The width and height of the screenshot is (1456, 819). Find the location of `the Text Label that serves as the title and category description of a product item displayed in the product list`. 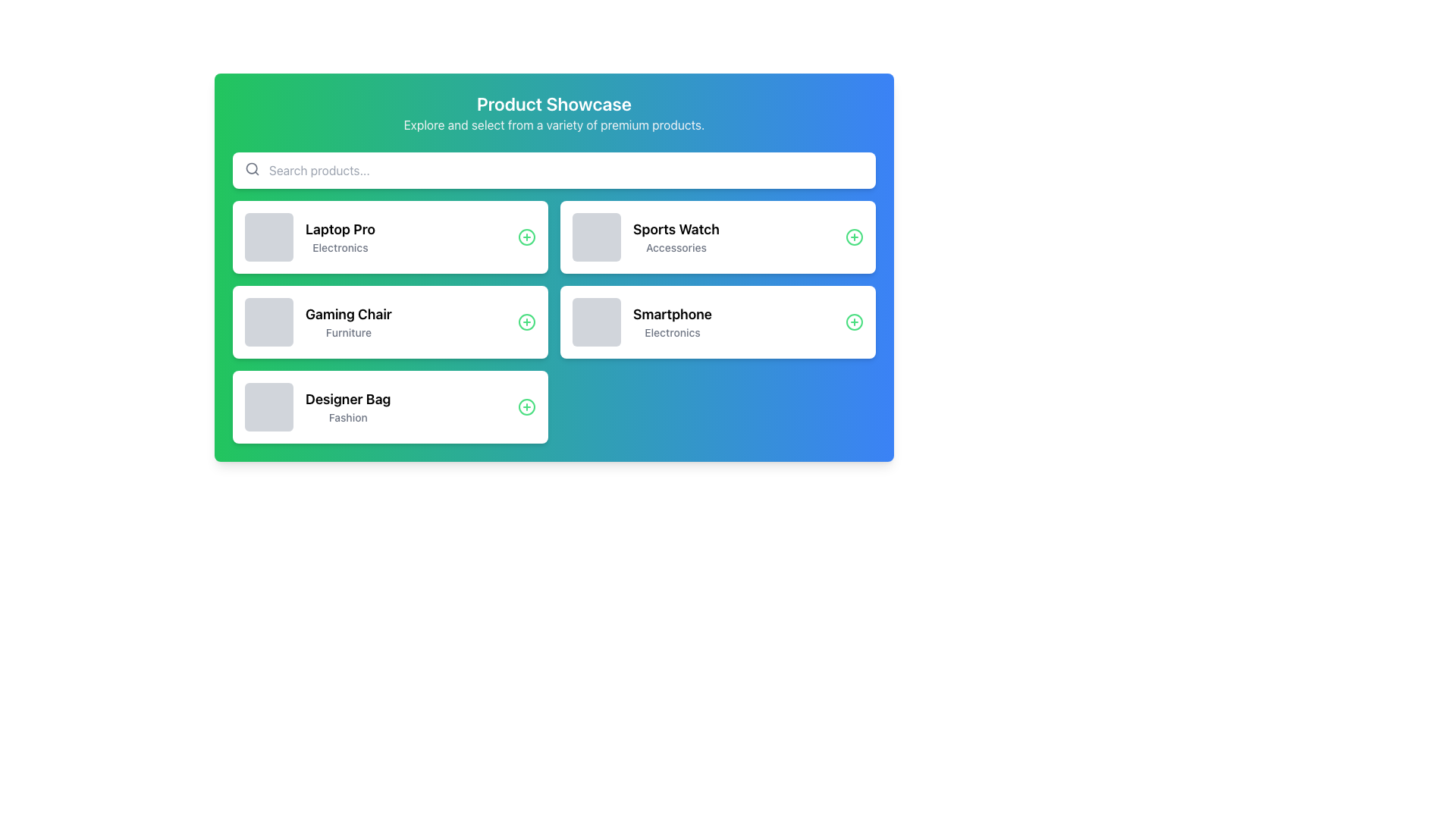

the Text Label that serves as the title and category description of a product item displayed in the product list is located at coordinates (317, 406).